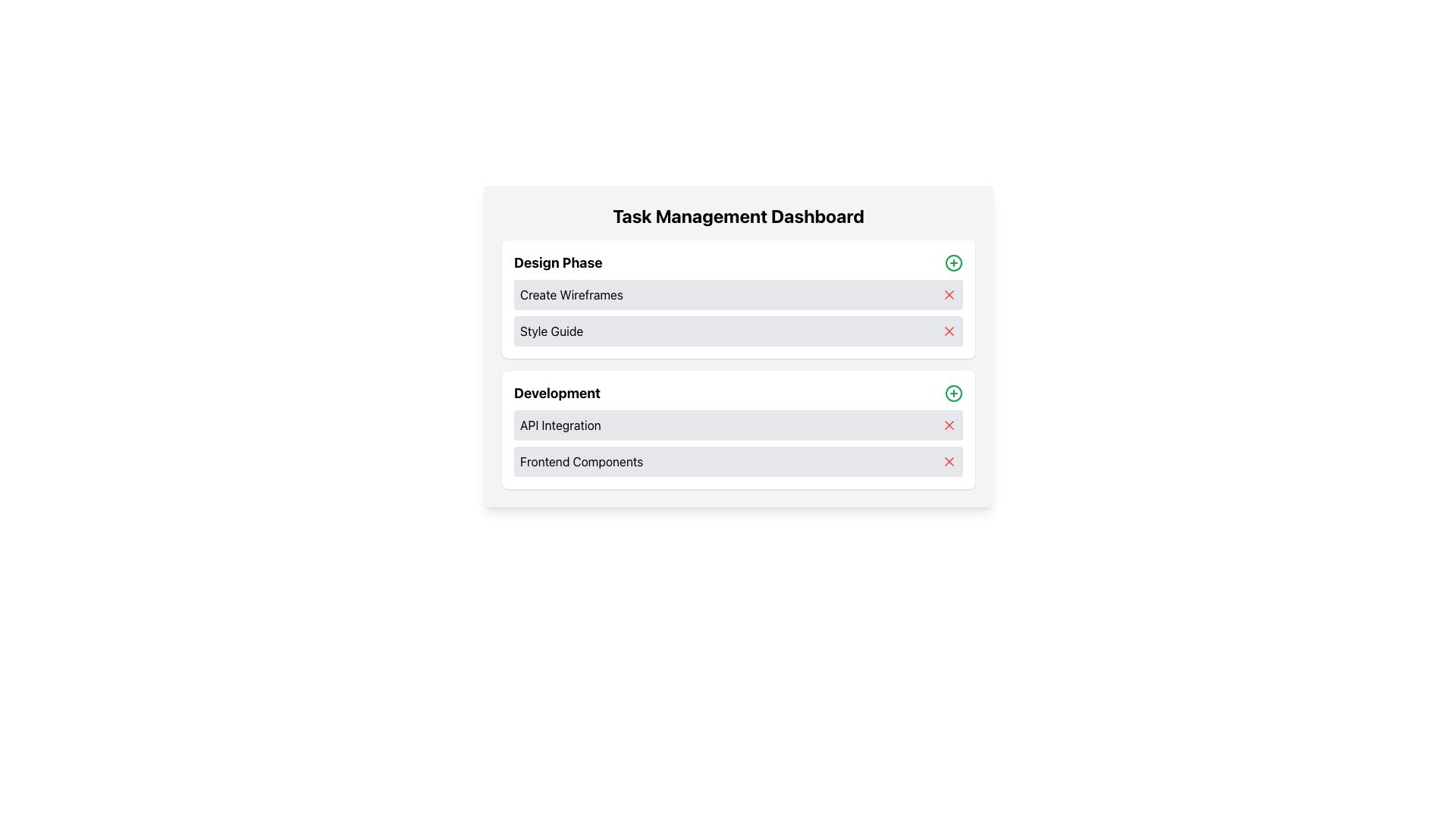 The height and width of the screenshot is (819, 1456). Describe the element at coordinates (949, 425) in the screenshot. I see `the small red cross icon located at the right end of the 'API Integration' bar in the Development section of the Task Management Dashboard` at that location.